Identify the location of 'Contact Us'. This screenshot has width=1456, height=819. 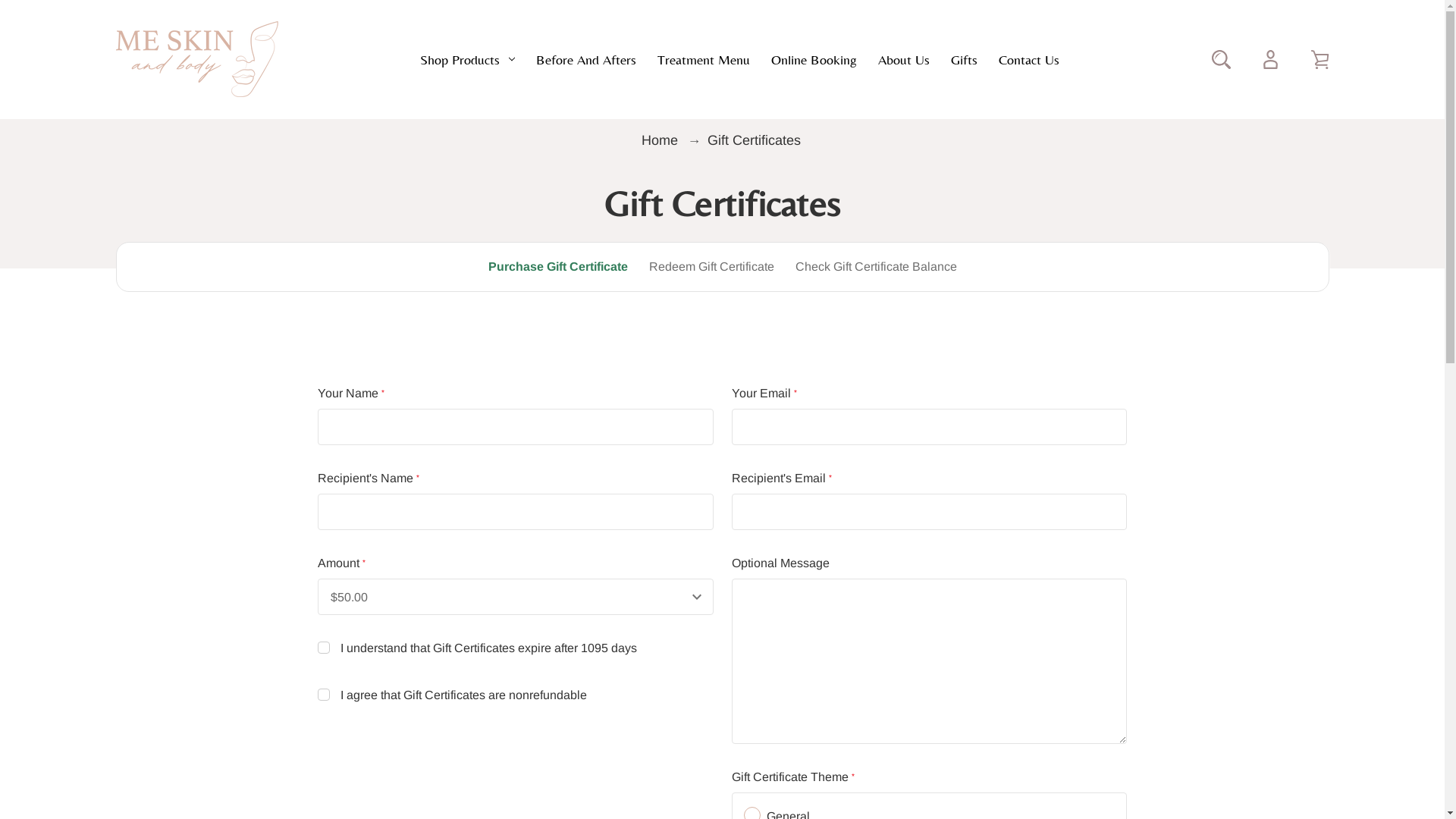
(997, 58).